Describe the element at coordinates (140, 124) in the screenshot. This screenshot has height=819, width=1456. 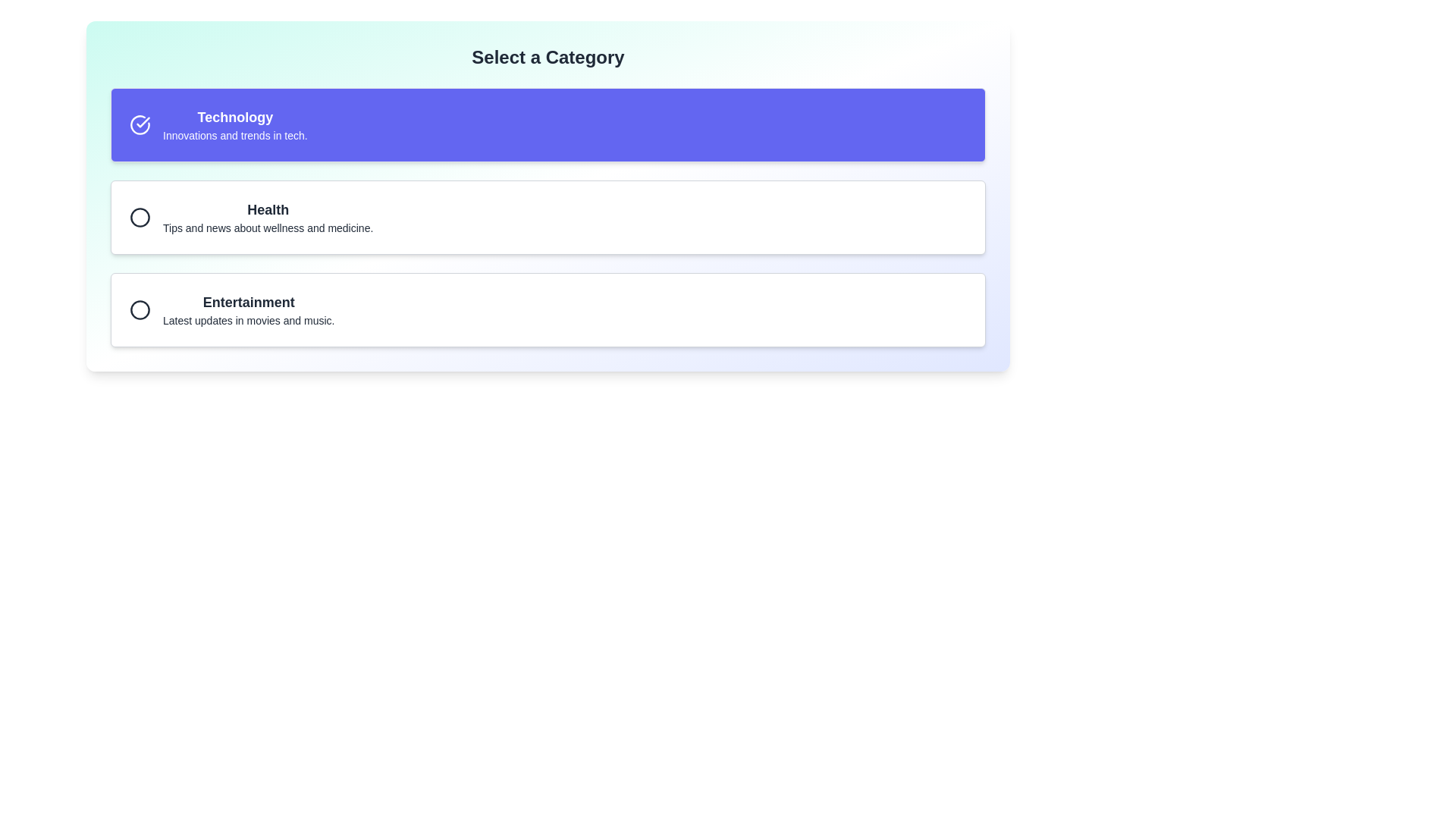
I see `the selection status represented by the circular icon with a checkmark symbol, located to the left of the 'Technology' label in the purple background area` at that location.